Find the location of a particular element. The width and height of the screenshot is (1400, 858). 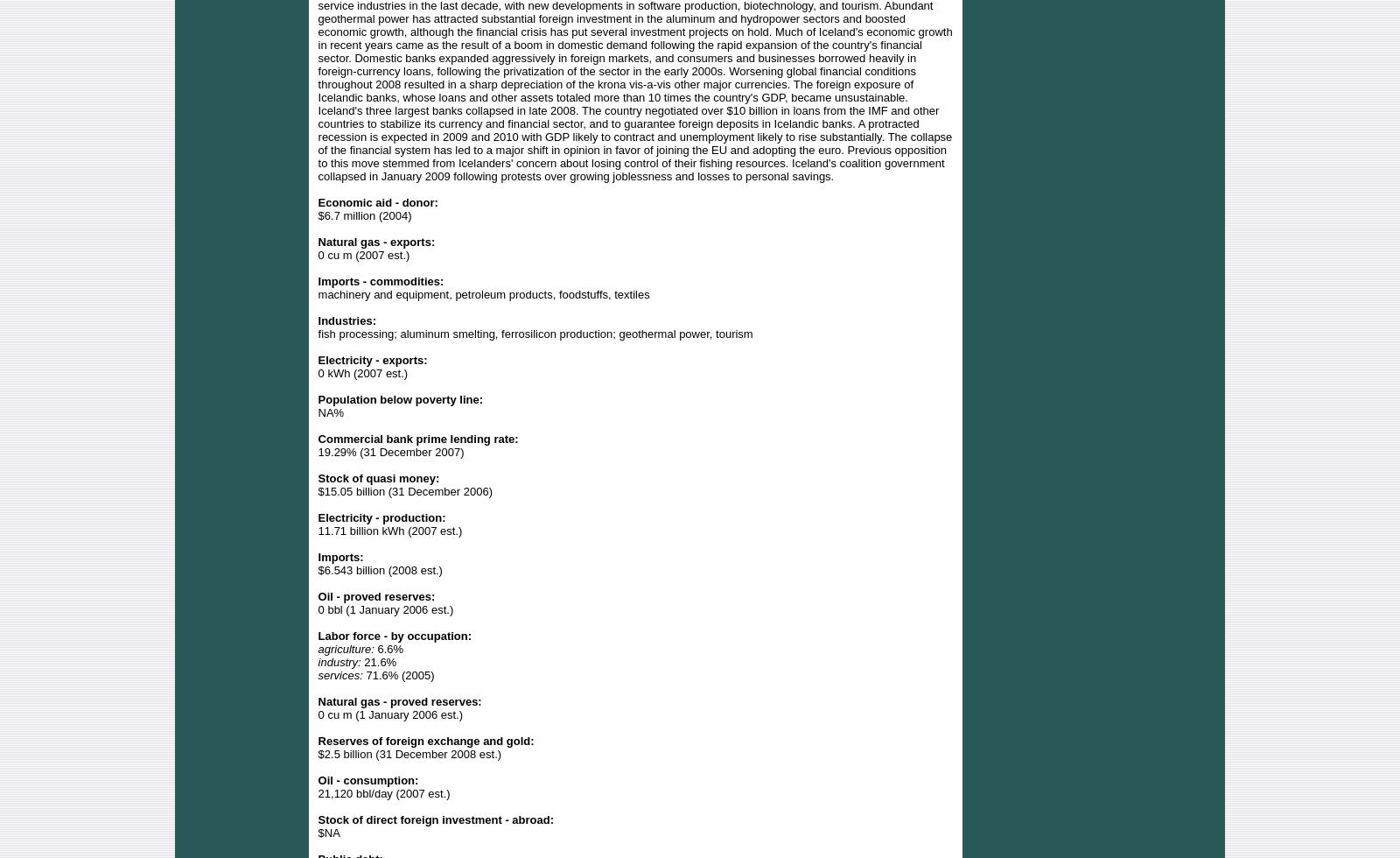

'0 bbl (1 January 2006 est.)' is located at coordinates (384, 608).